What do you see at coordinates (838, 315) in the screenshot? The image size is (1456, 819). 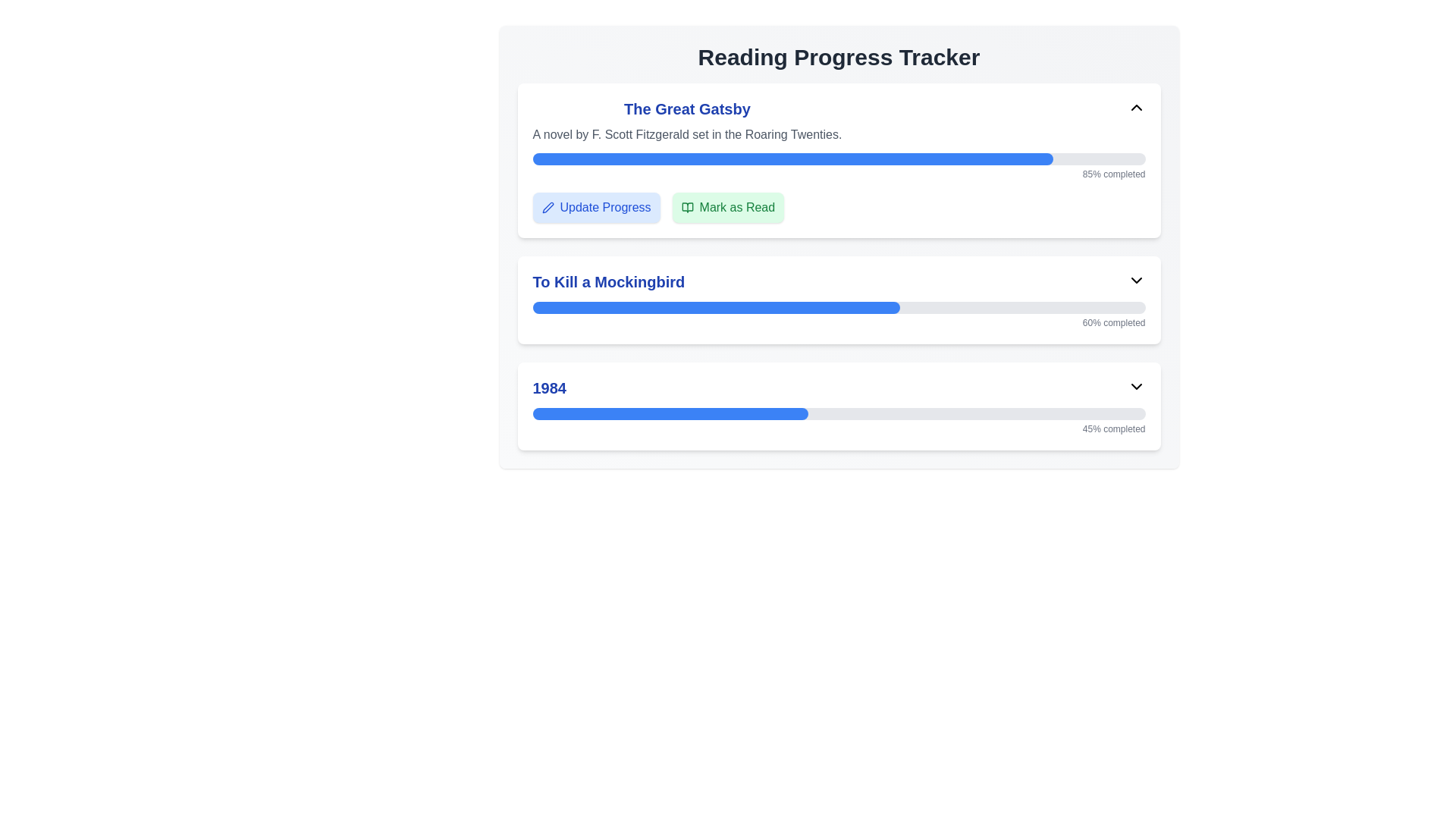 I see `the progress bar indicating '60% completed', which has a gray background and a blue-filled section, located below the title 'To Kill a Mockingbird'` at bounding box center [838, 315].